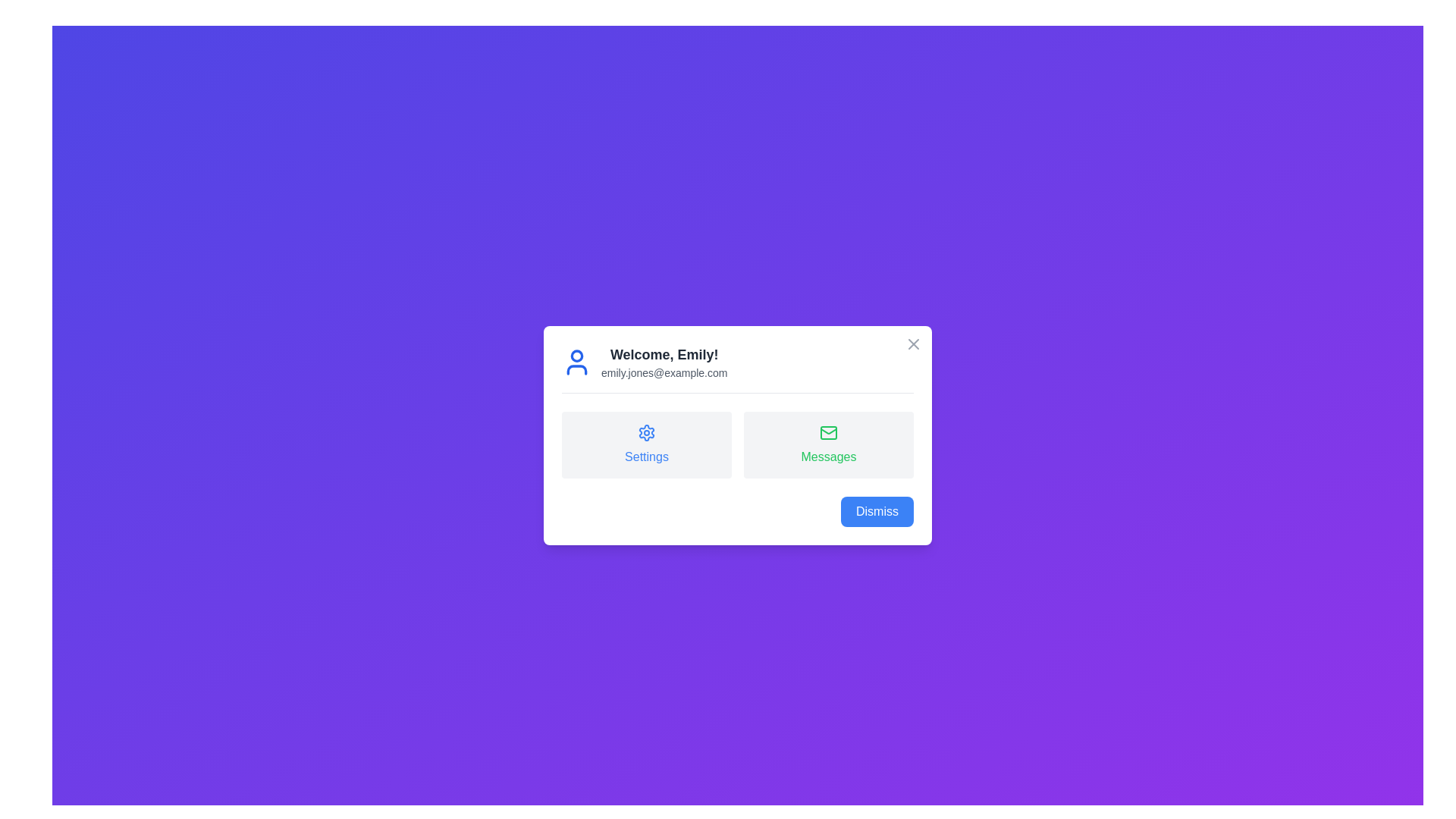  Describe the element at coordinates (877, 511) in the screenshot. I see `the 'Dismiss' button with a blue background and white text located in the bottom-right corner of the modal` at that location.